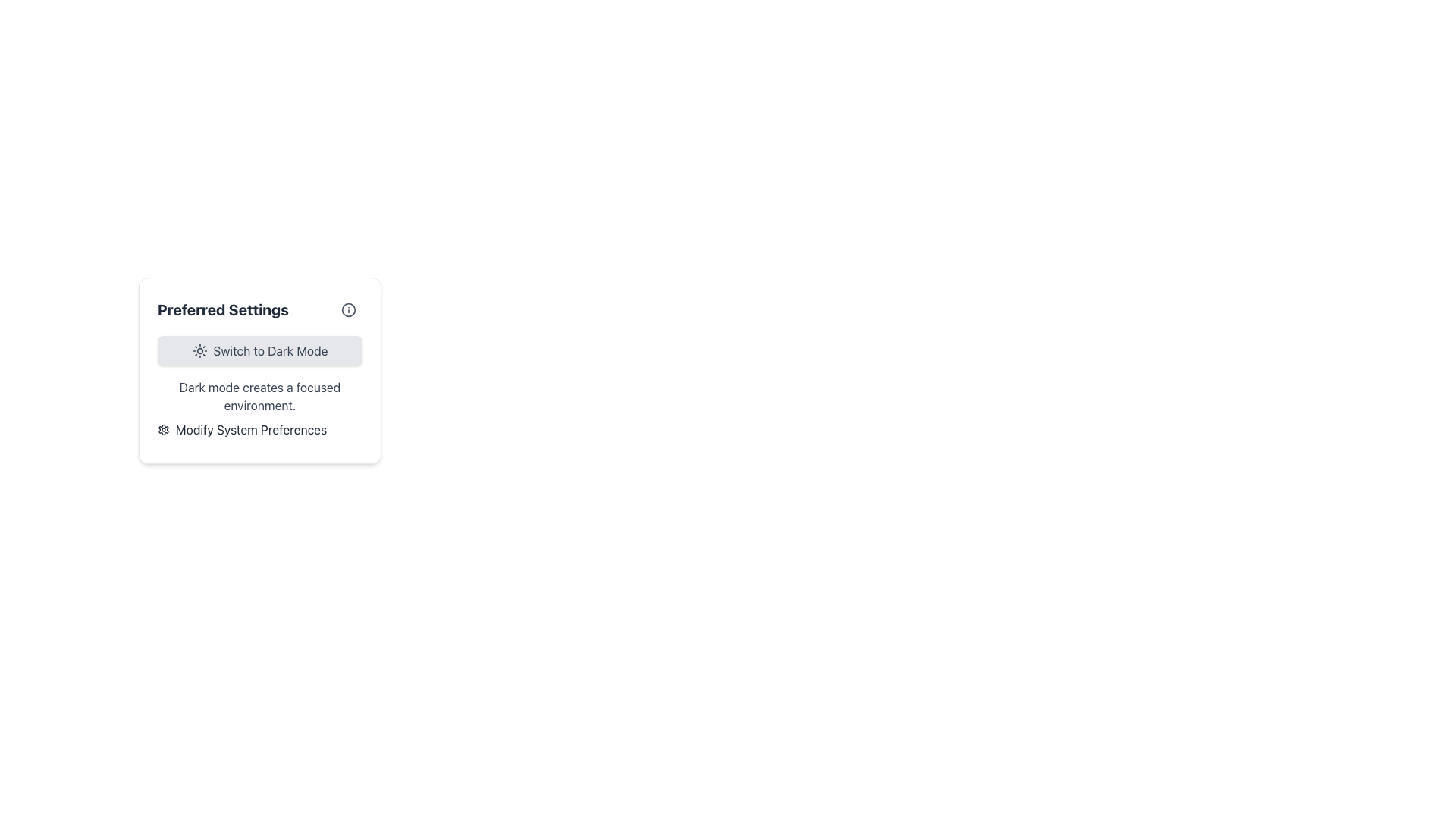 This screenshot has width=1456, height=819. What do you see at coordinates (259, 396) in the screenshot?
I see `text from the label displaying 'Dark mode creates a focused environment.' which is styled with dark gray text on a light background, located in the center of a card component` at bounding box center [259, 396].